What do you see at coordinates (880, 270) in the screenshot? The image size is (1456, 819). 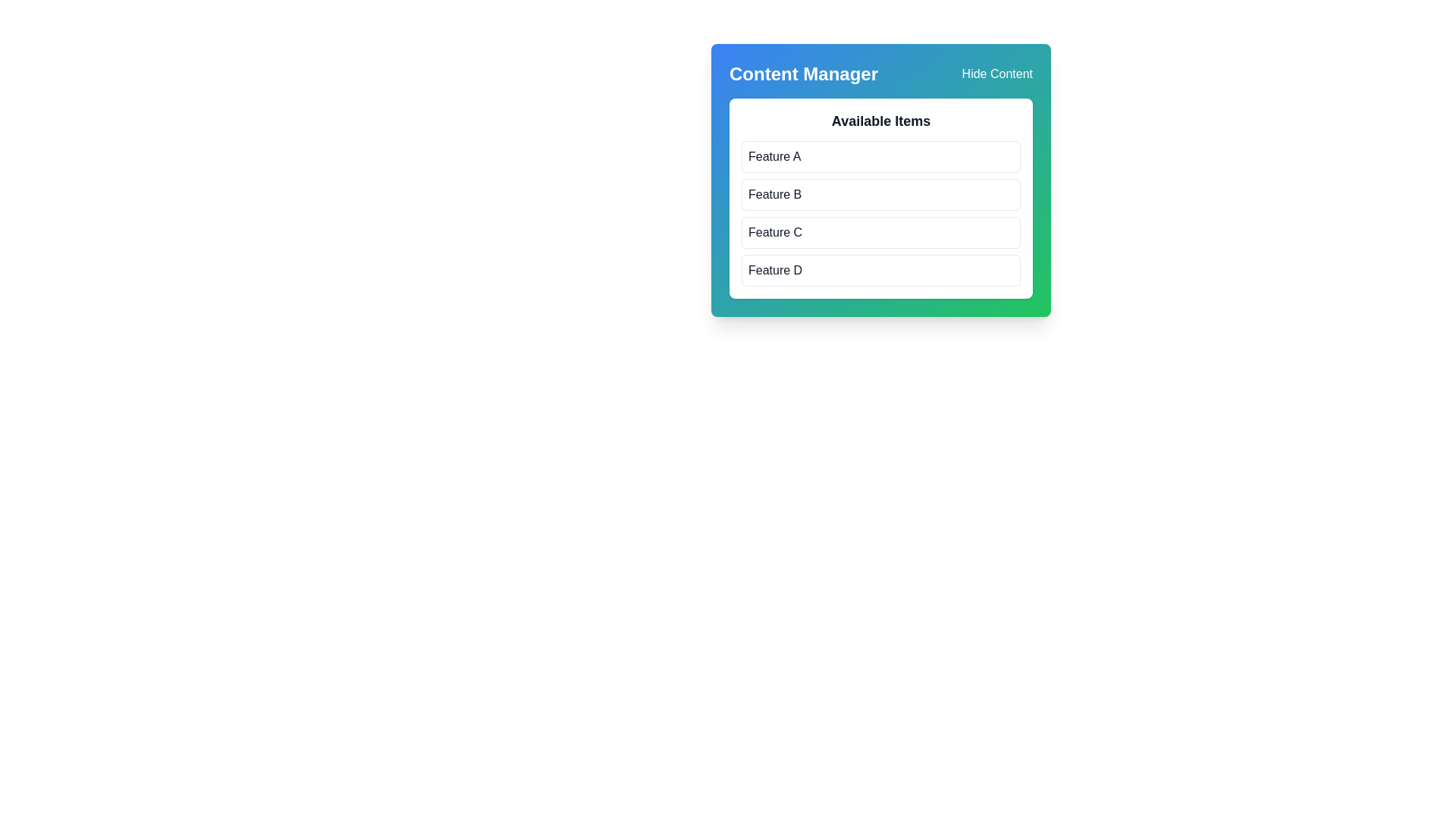 I see `the fourth item in the list labeled 'Feature D' within the 'Available Items' card in the 'Content Manager' panel` at bounding box center [880, 270].